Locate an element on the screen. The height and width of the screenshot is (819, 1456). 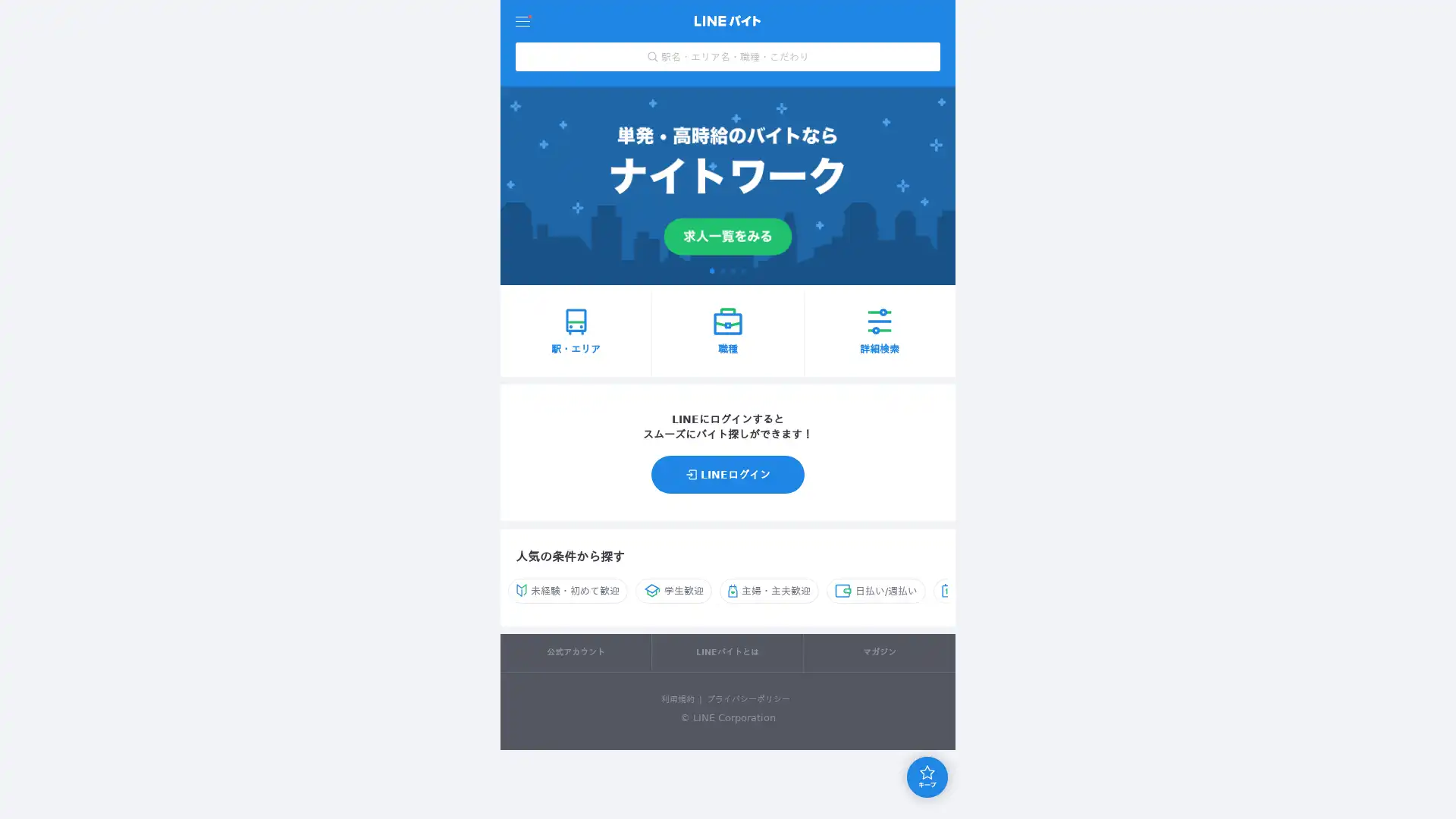
1 is located at coordinates (711, 269).